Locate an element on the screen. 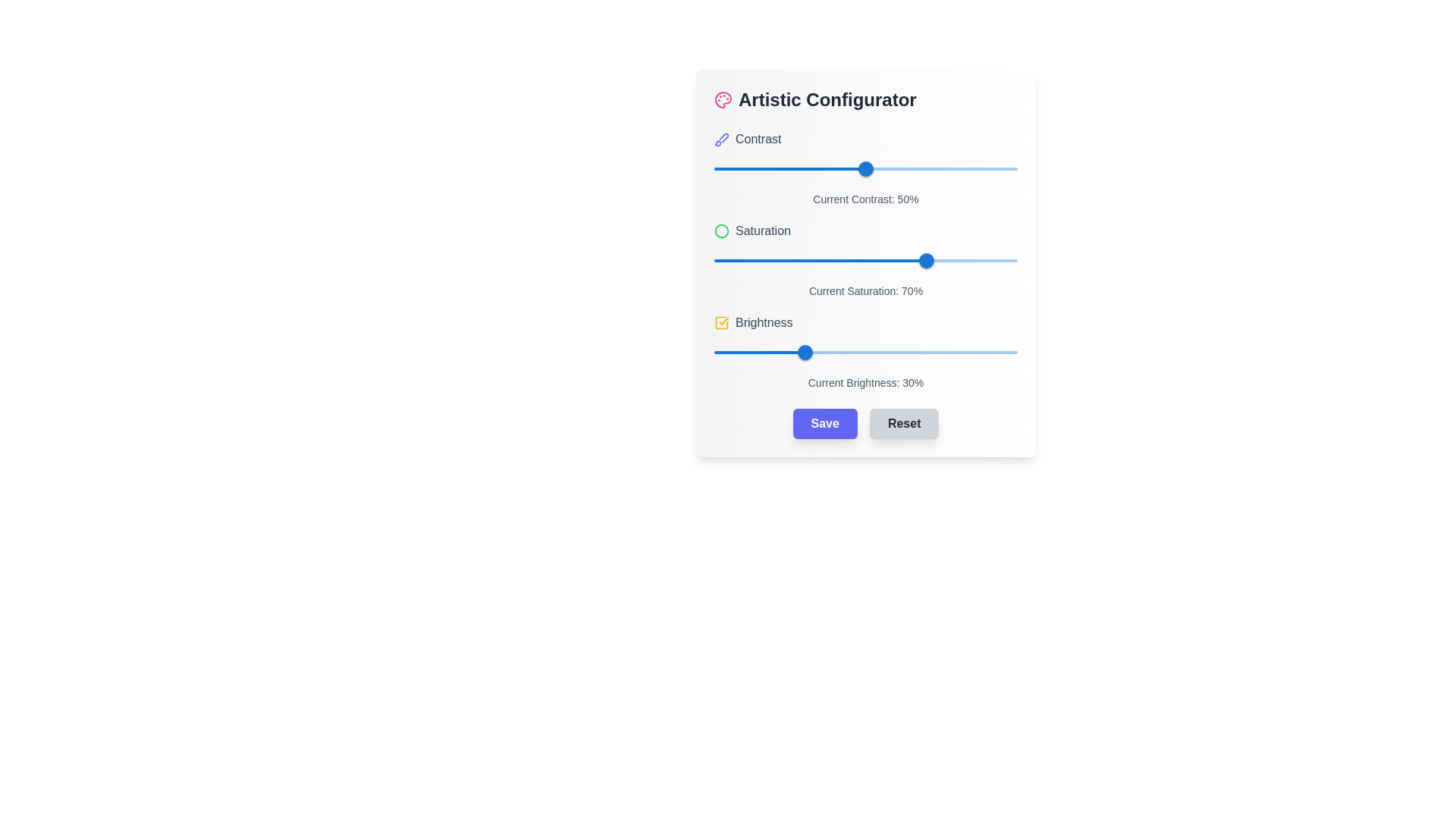 Image resolution: width=1456 pixels, height=819 pixels. the brightness is located at coordinates (851, 353).